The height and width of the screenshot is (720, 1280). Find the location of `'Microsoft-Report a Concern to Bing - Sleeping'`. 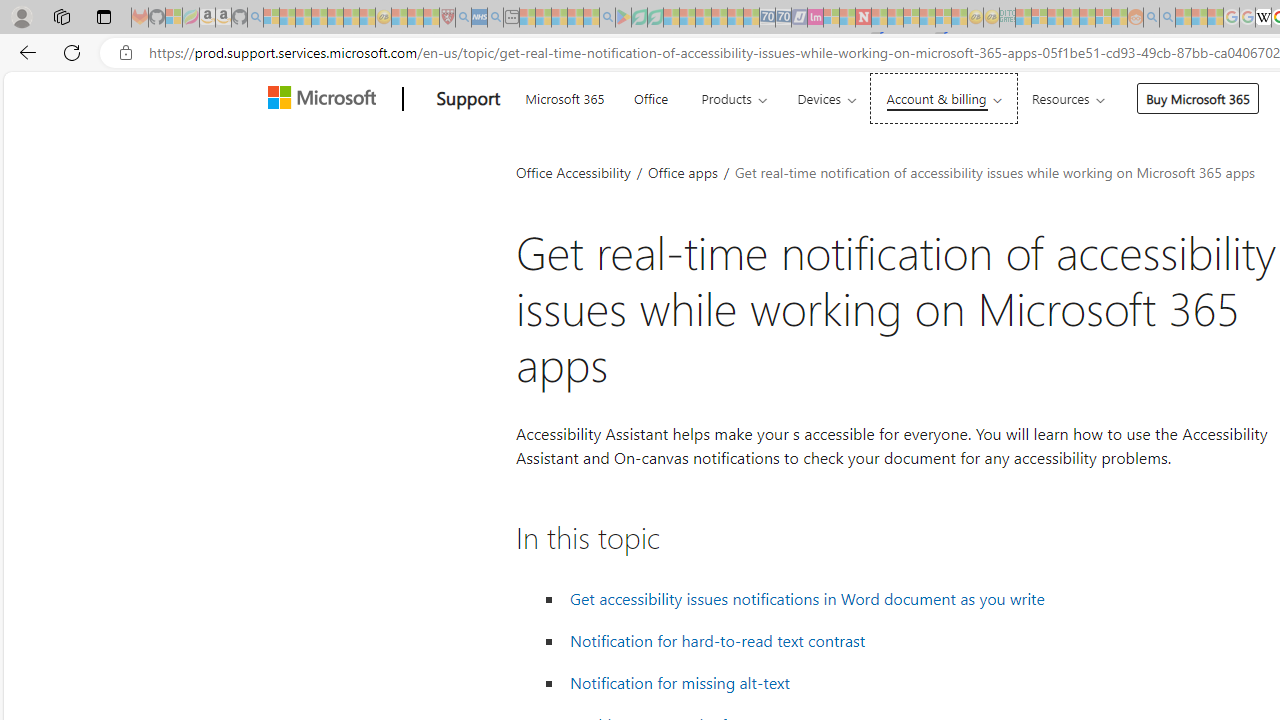

'Microsoft-Report a Concern to Bing - Sleeping' is located at coordinates (174, 17).